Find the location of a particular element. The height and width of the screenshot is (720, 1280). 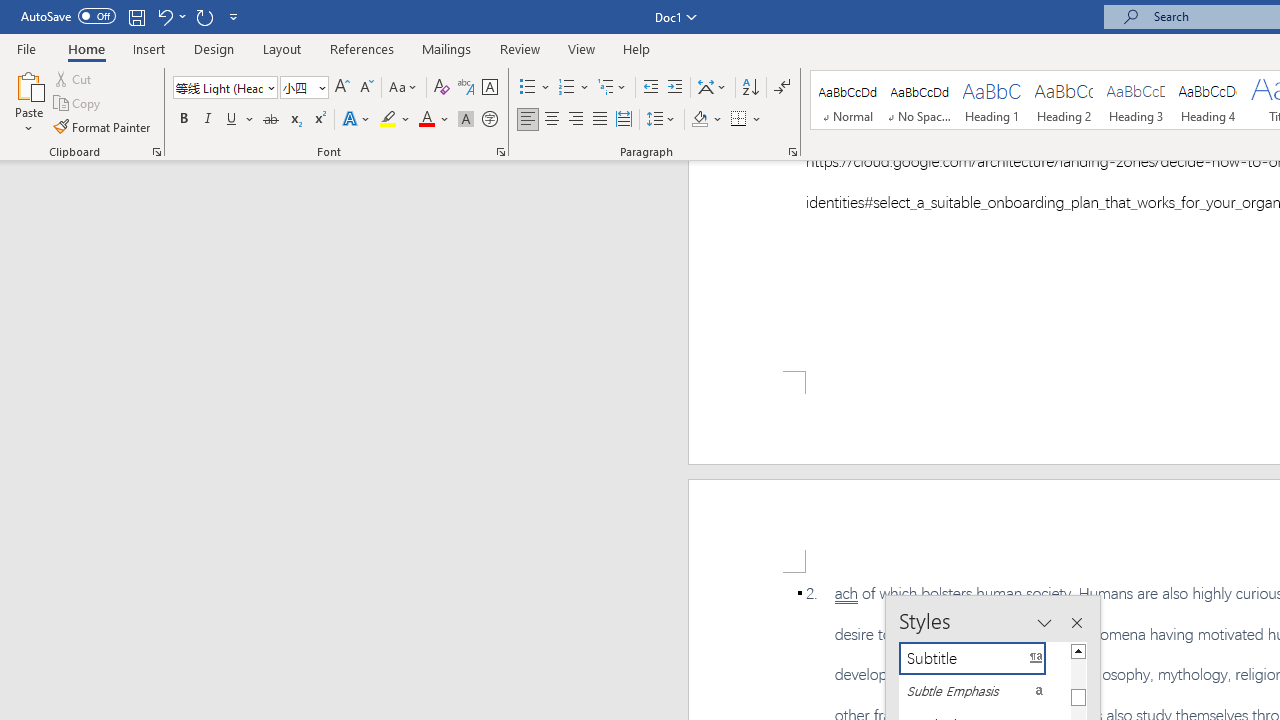

'Bullets' is located at coordinates (528, 86).